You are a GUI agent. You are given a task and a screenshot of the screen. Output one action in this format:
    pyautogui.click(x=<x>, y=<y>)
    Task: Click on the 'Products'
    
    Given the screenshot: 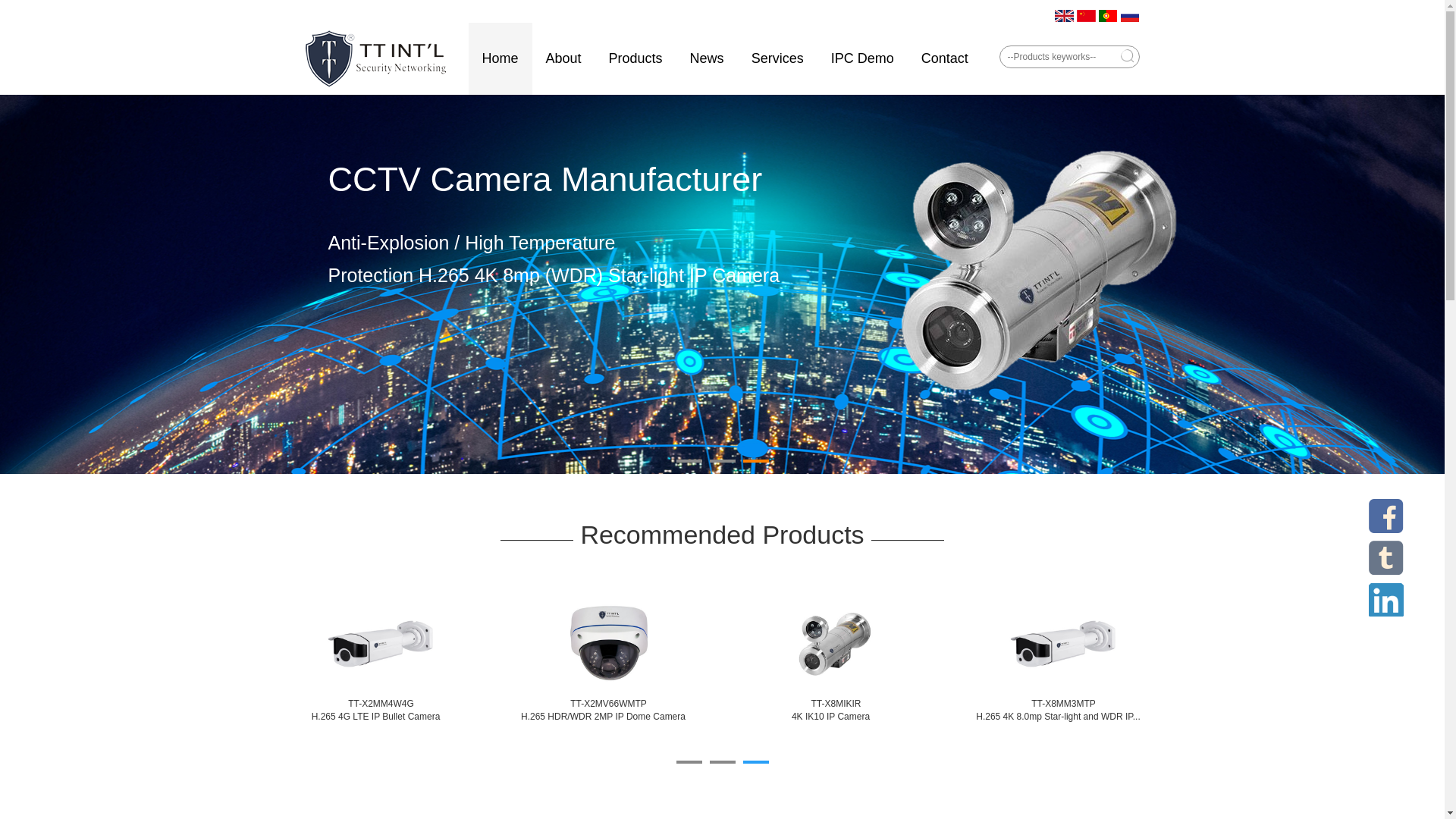 What is the action you would take?
    pyautogui.click(x=635, y=58)
    